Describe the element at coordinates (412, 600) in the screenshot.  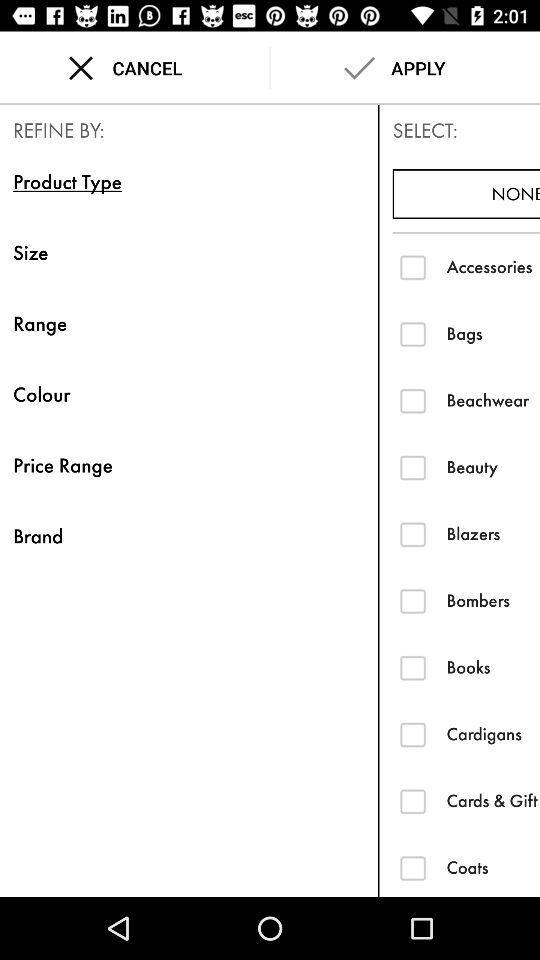
I see `include in search` at that location.